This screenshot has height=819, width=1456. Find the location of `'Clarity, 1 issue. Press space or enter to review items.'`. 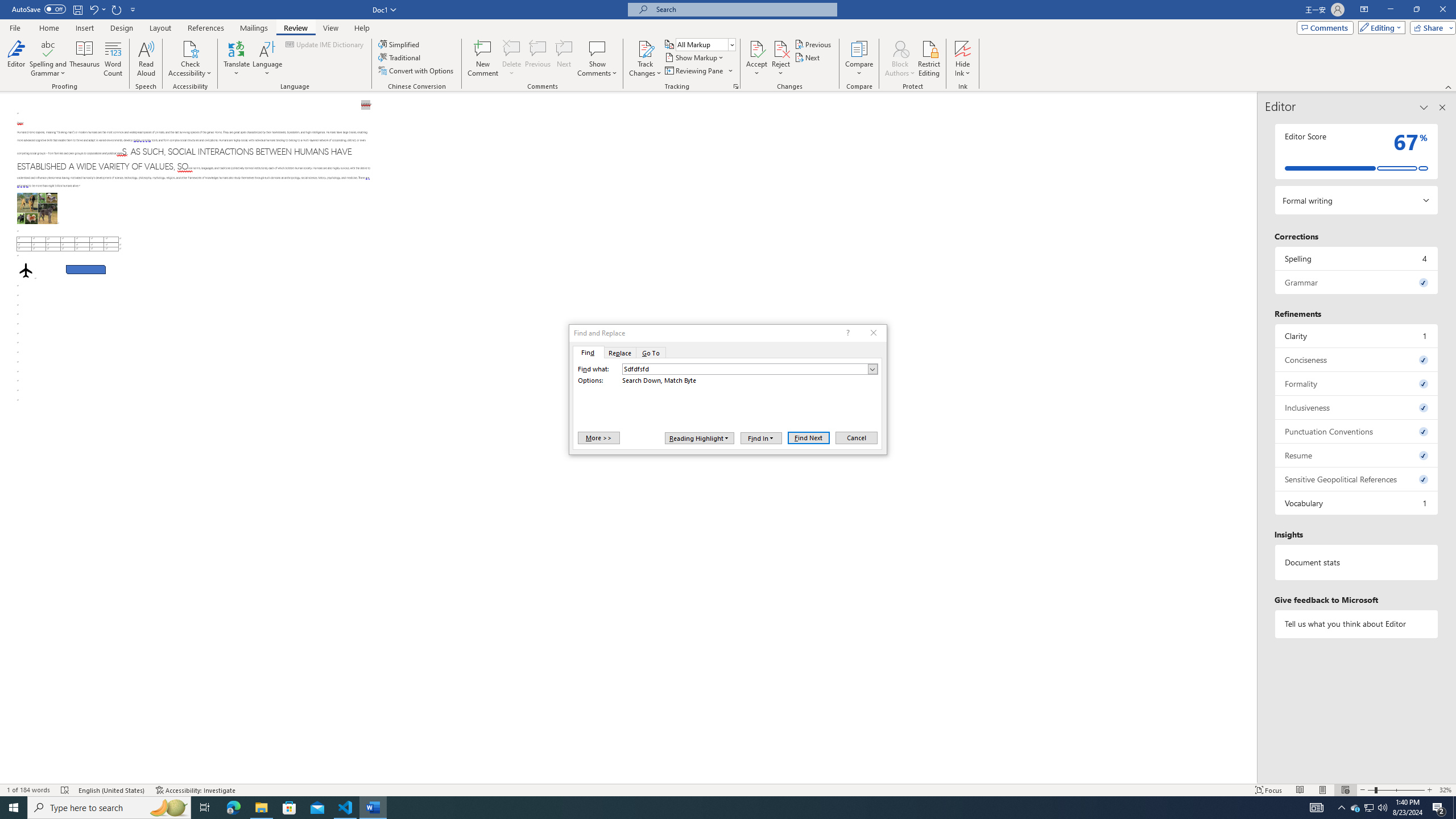

'Clarity, 1 issue. Press space or enter to review items.' is located at coordinates (1356, 335).